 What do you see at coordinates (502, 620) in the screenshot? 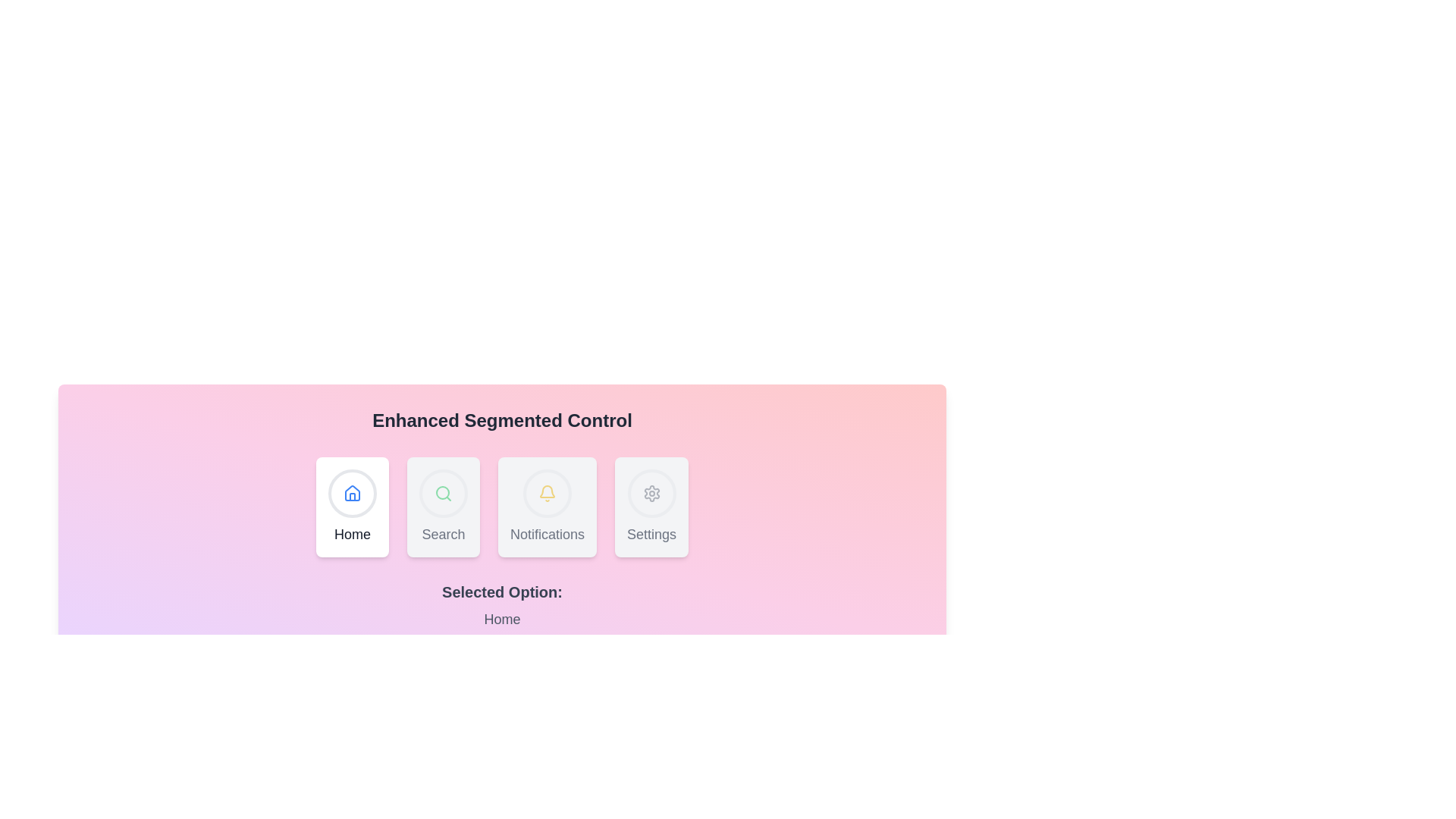
I see `the 'Home' text label, which is displayed in a gray, smaller font and located directly below the heading 'Selected Option:'` at bounding box center [502, 620].